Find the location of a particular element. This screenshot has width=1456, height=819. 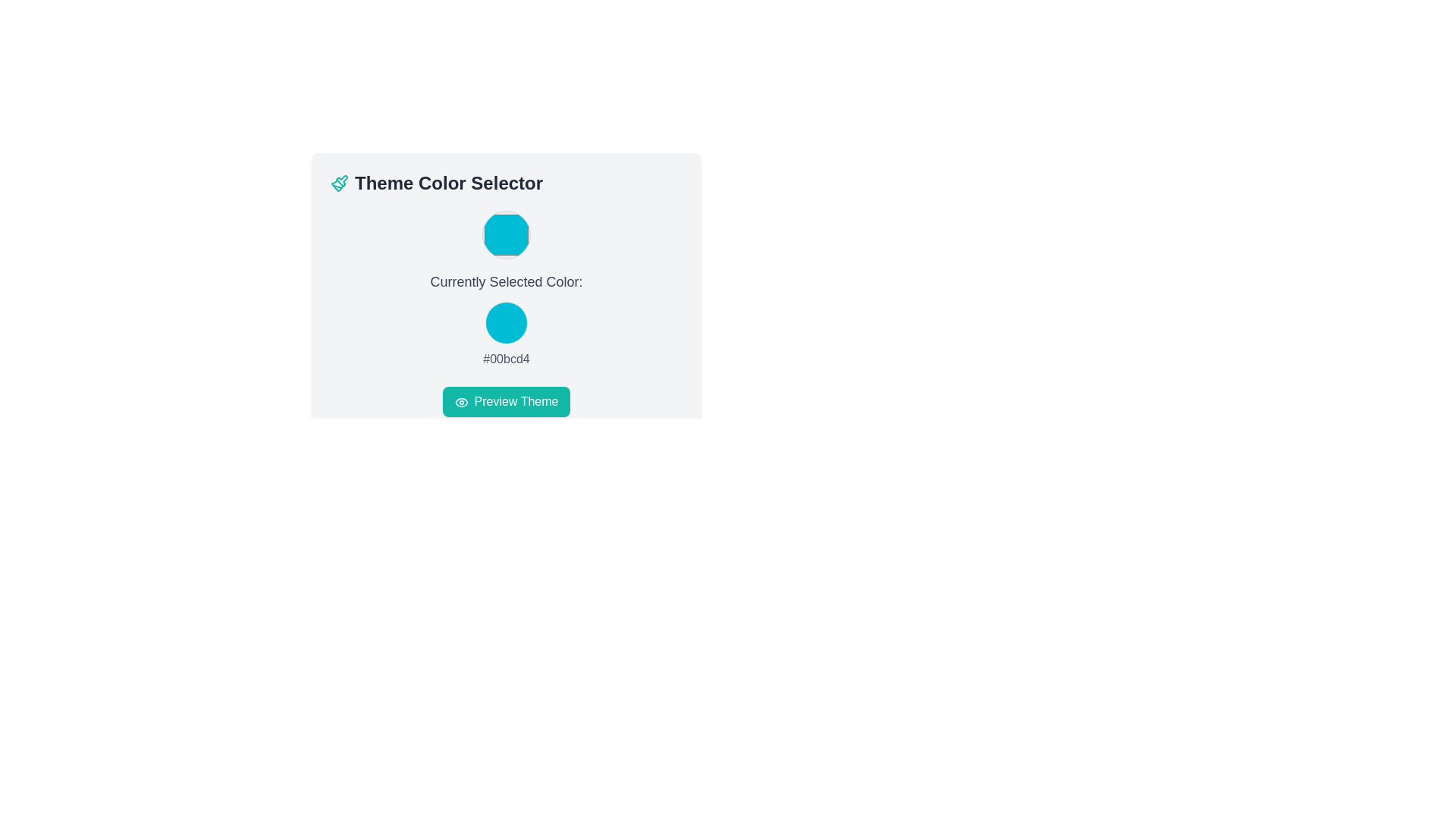

the read-only display text that shows the currently selected color's hexadecimal code, which is positioned below the color swatch and above the 'Preview Theme' button is located at coordinates (506, 359).